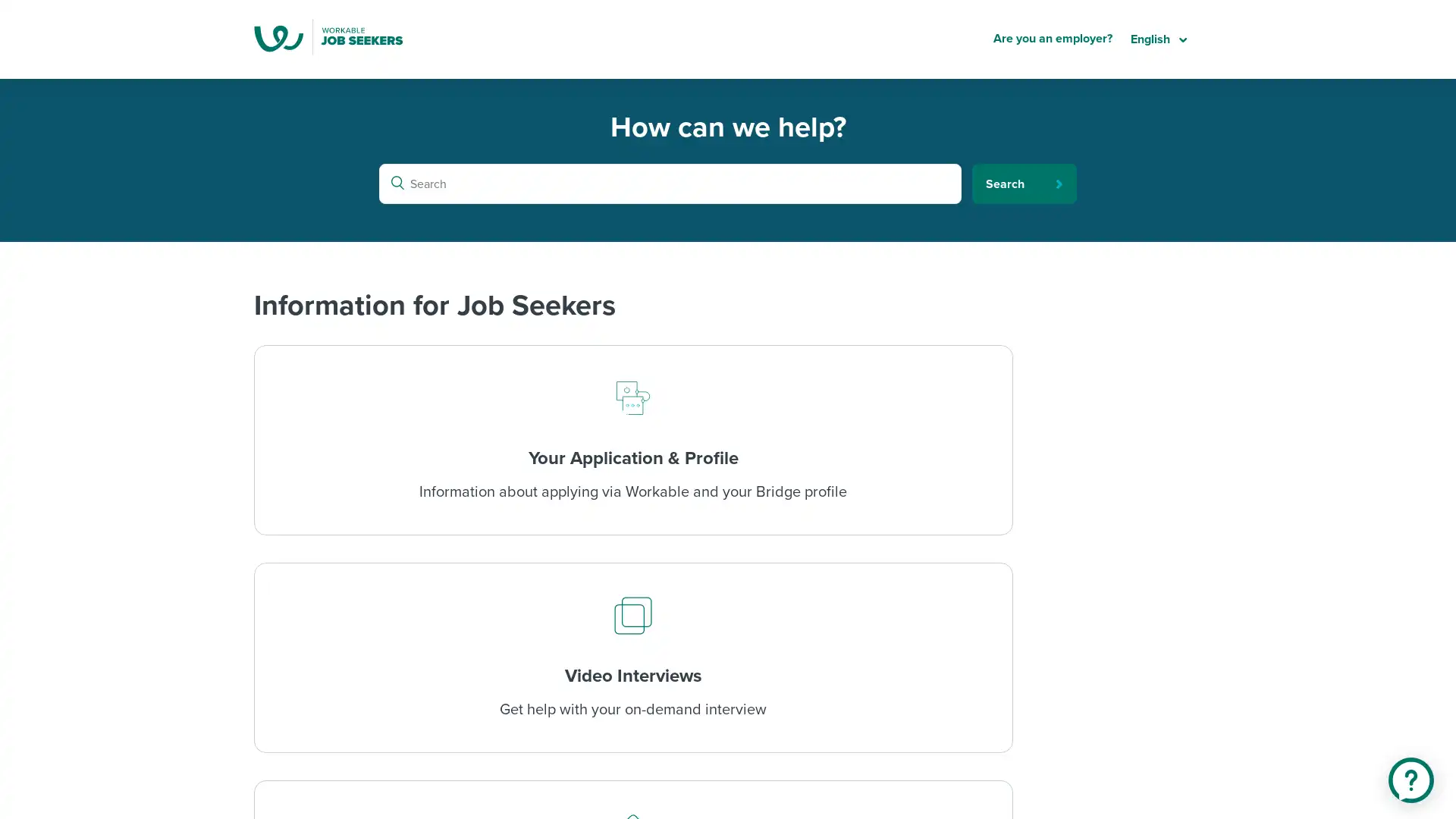 The width and height of the screenshot is (1456, 819). I want to click on Search, so click(1024, 183).